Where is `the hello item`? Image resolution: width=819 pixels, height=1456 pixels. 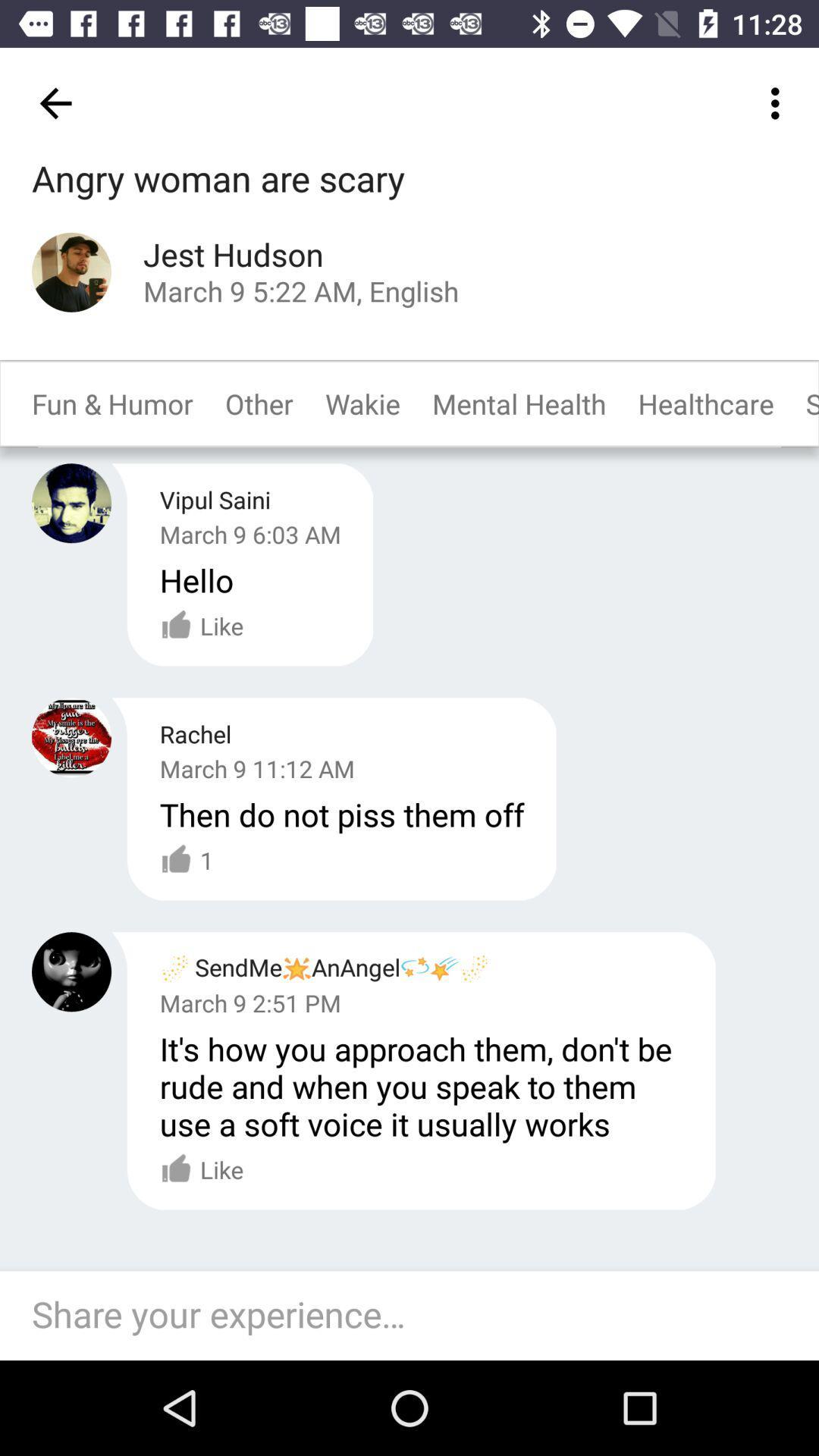
the hello item is located at coordinates (196, 579).